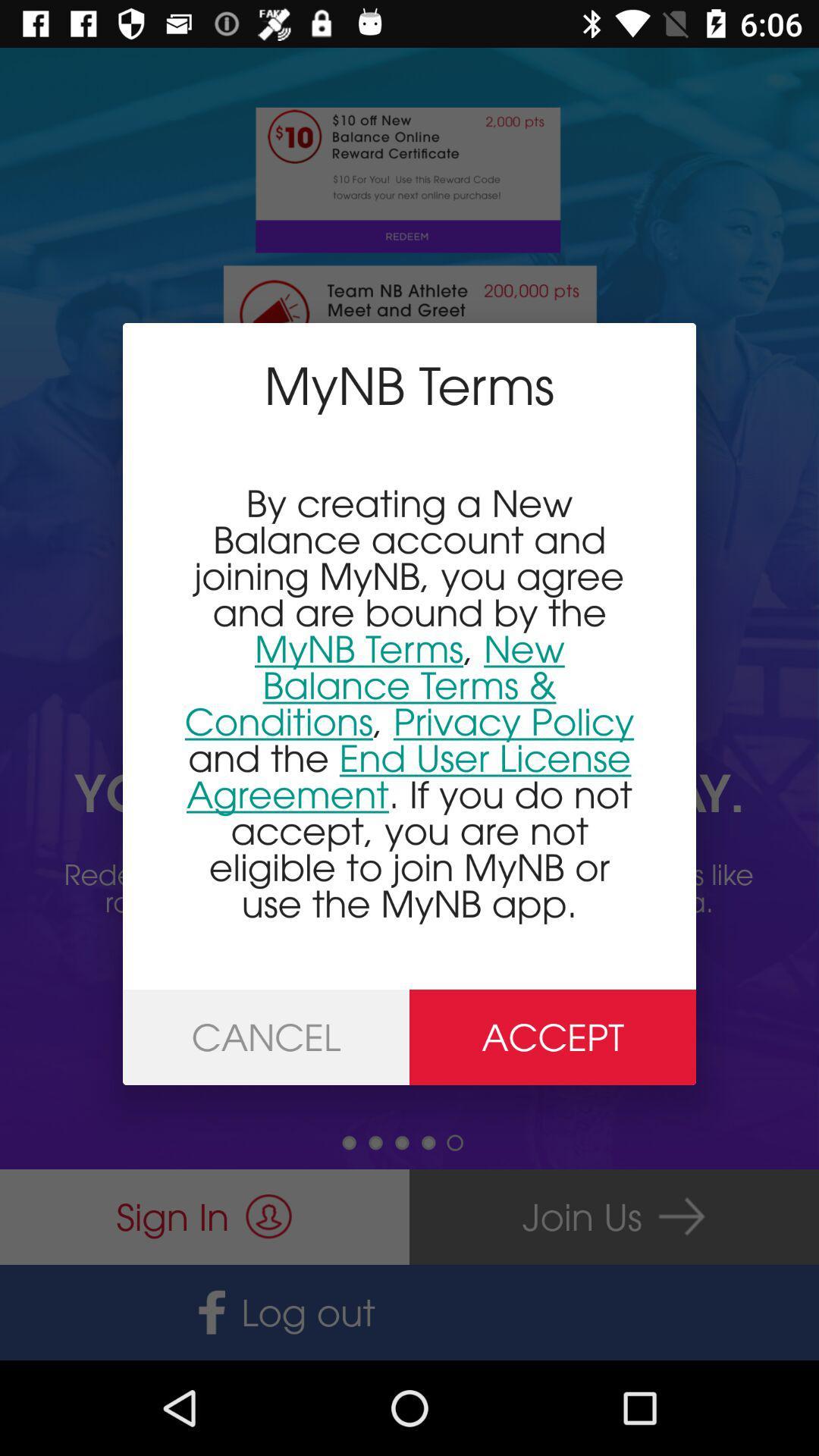 The image size is (819, 1456). I want to click on the item at the center, so click(409, 702).